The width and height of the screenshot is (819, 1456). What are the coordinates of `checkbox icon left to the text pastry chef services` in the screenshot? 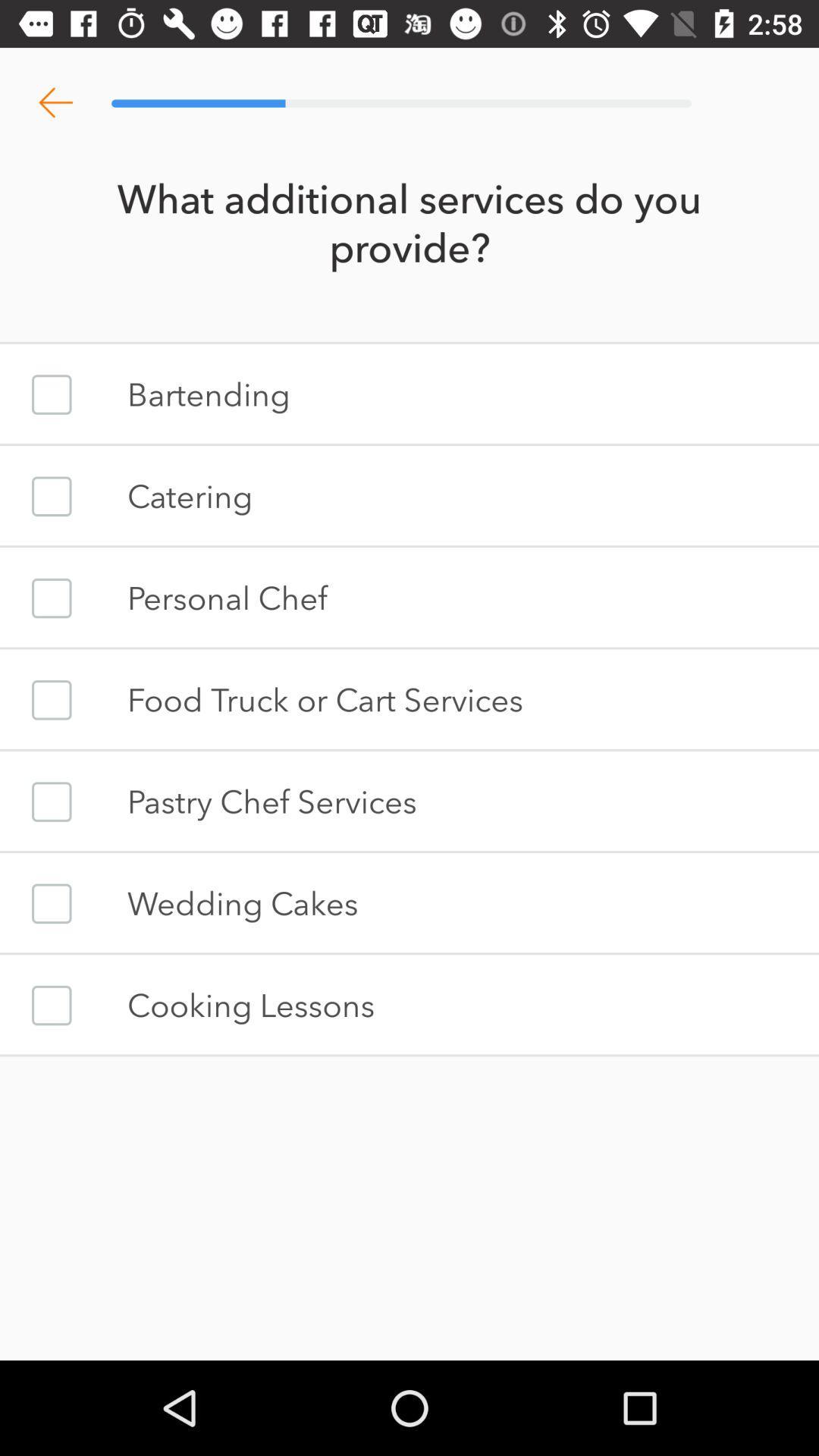 It's located at (51, 801).